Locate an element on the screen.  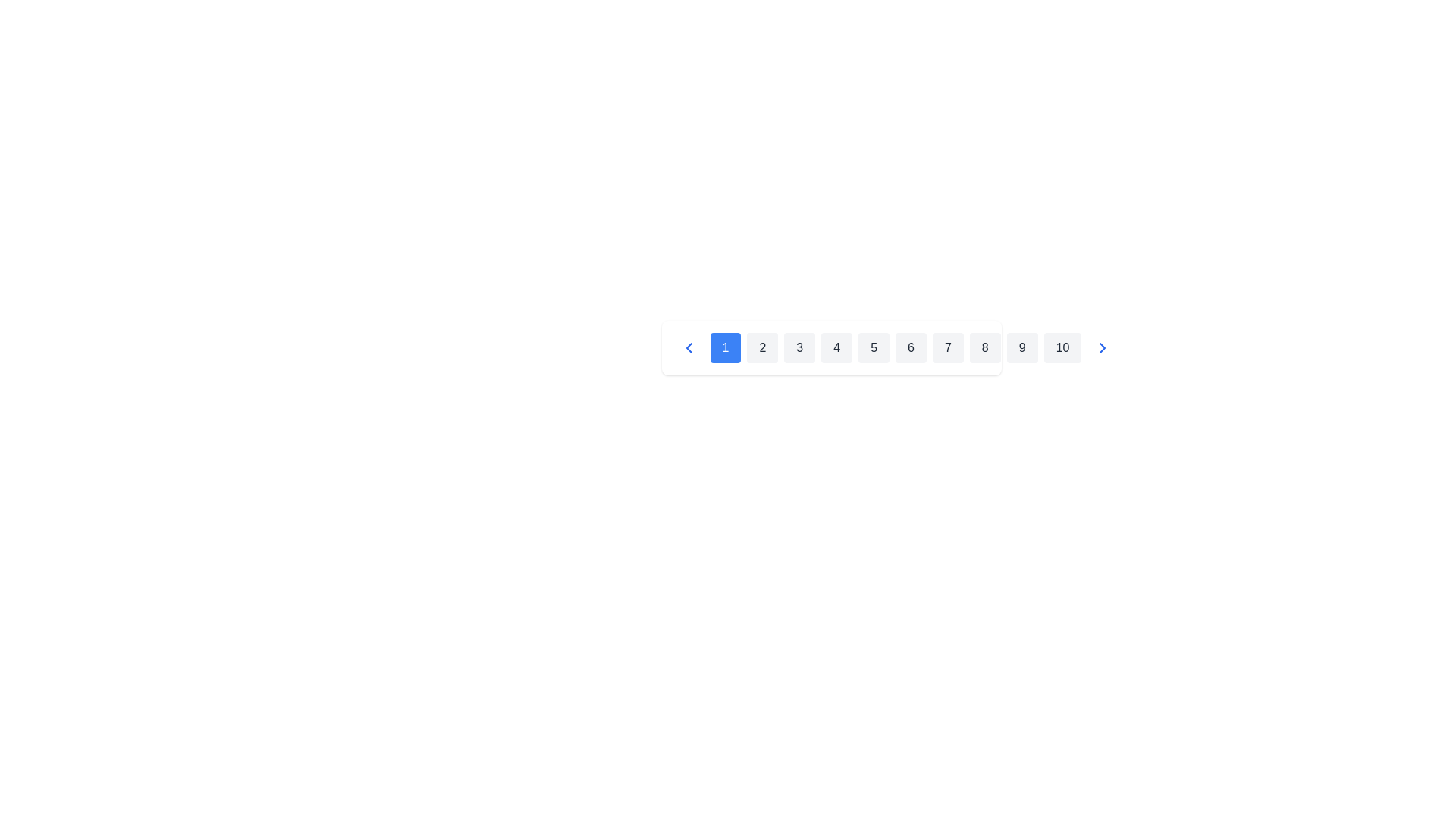
the small rectangular button labeled with the number '3' is located at coordinates (799, 348).